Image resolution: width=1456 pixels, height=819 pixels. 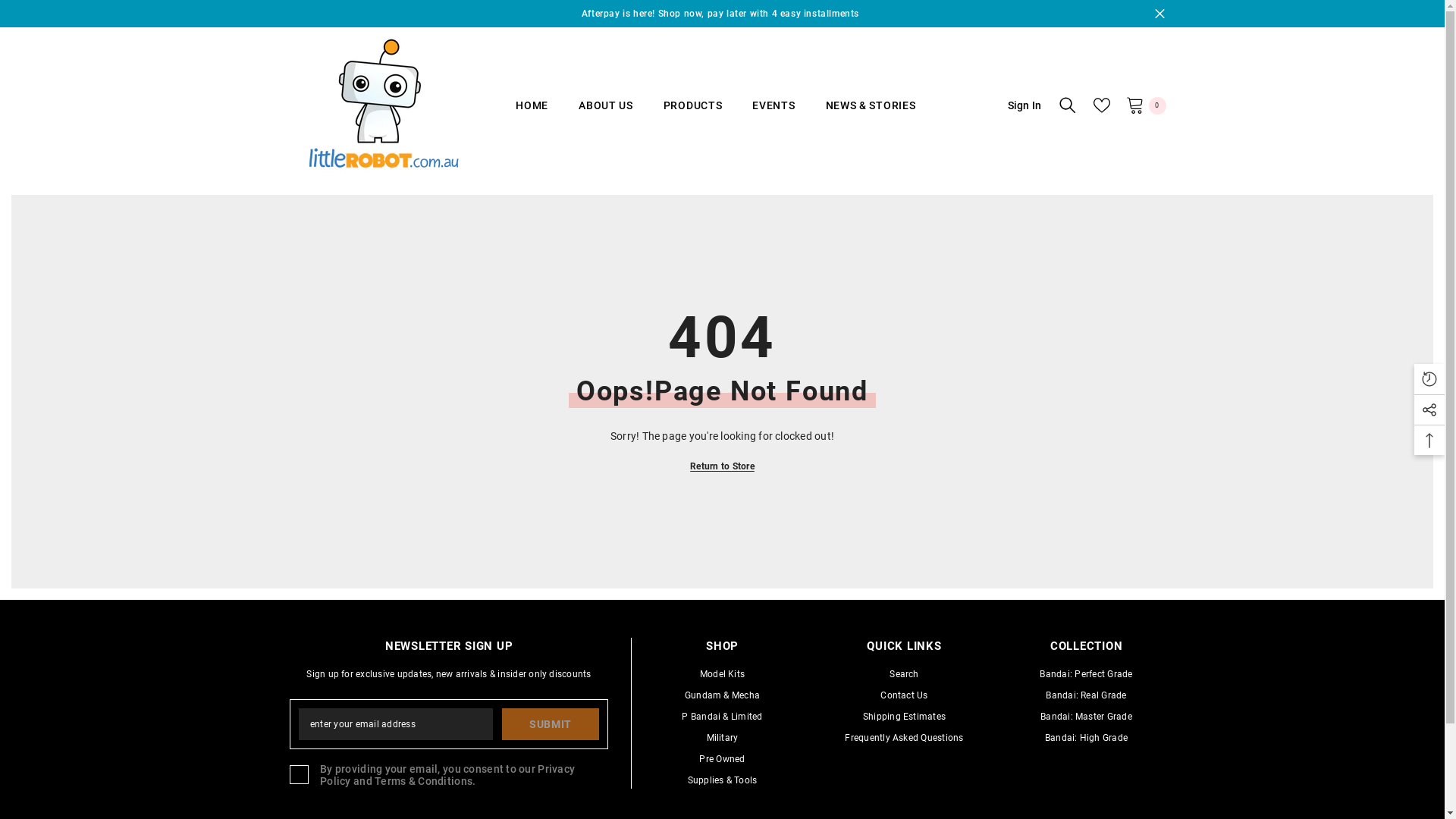 What do you see at coordinates (722, 780) in the screenshot?
I see `'Supplies & Tools'` at bounding box center [722, 780].